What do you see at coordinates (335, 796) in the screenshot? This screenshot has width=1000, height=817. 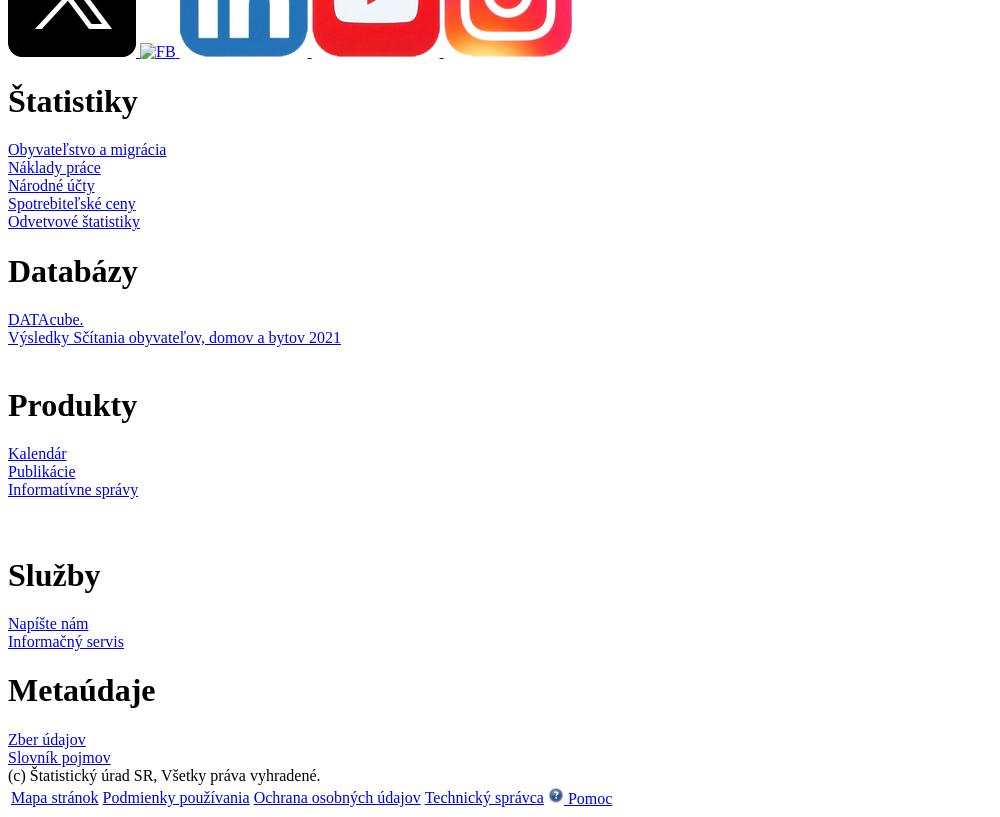 I see `'Ochrana osobných údajov'` at bounding box center [335, 796].